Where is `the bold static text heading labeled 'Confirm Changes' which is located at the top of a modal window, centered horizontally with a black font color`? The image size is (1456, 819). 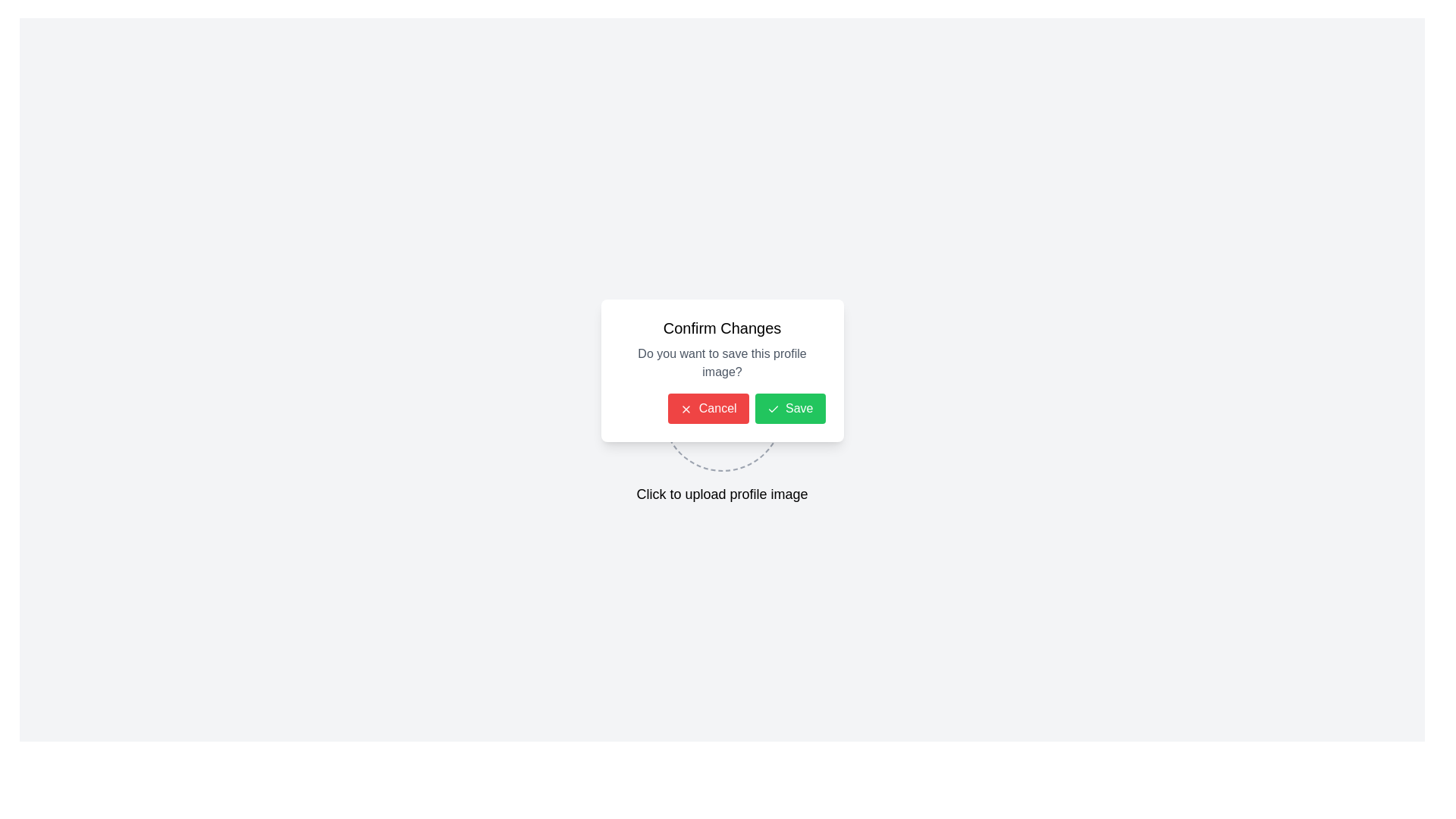 the bold static text heading labeled 'Confirm Changes' which is located at the top of a modal window, centered horizontally with a black font color is located at coordinates (721, 327).